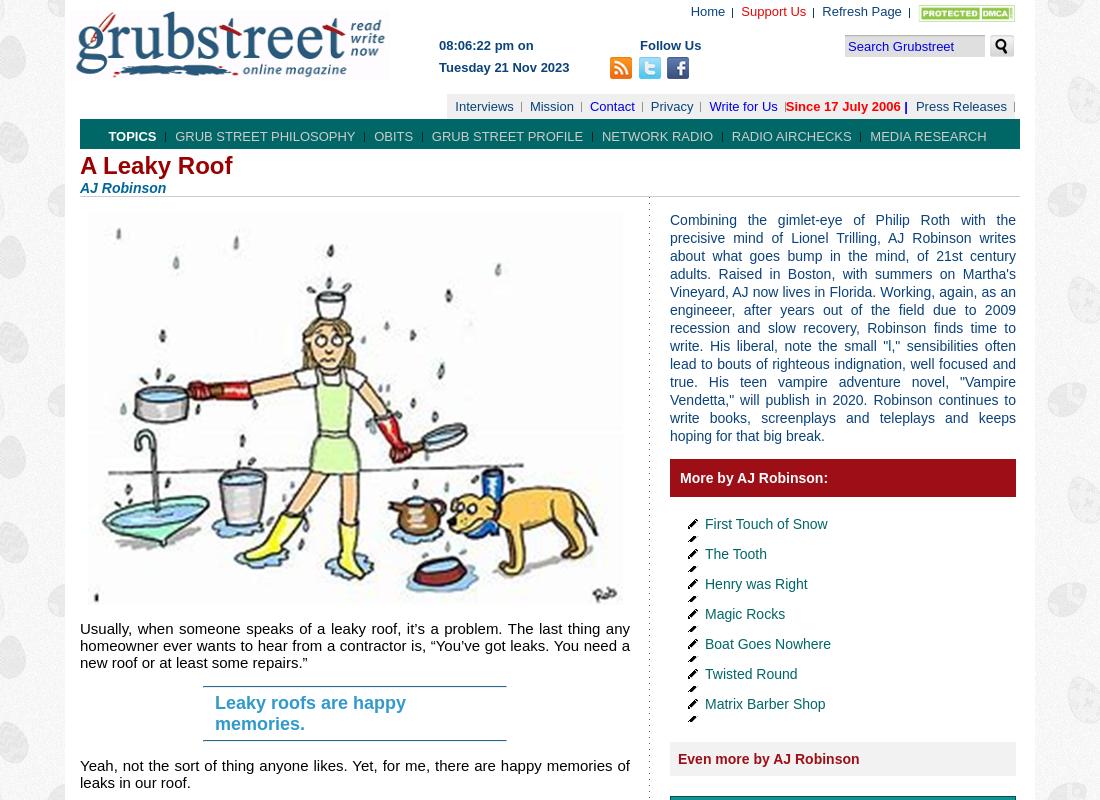 The height and width of the screenshot is (800, 1100). What do you see at coordinates (484, 105) in the screenshot?
I see `'Interviews'` at bounding box center [484, 105].